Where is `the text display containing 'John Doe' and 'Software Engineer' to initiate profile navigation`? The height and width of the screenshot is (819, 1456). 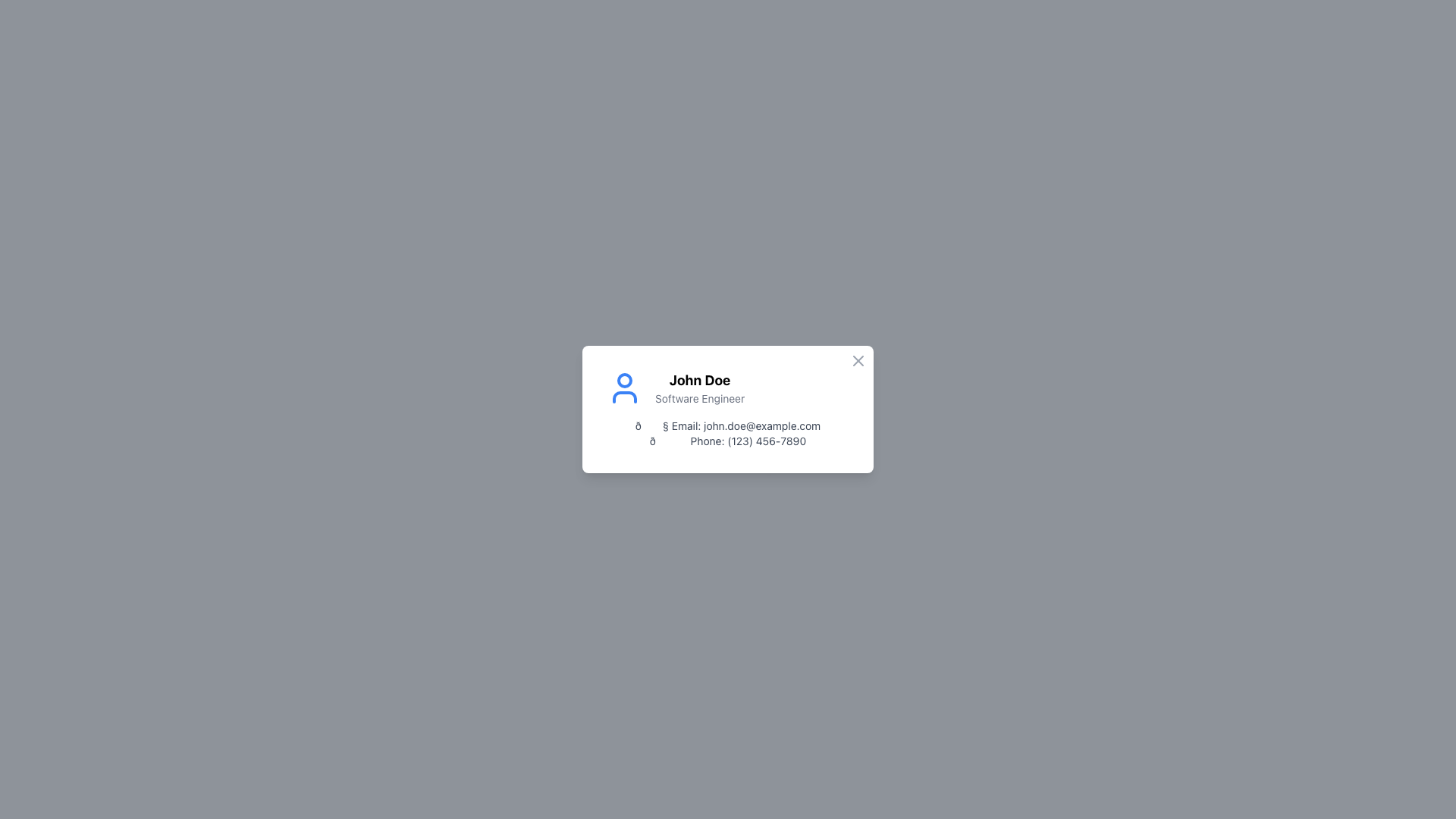 the text display containing 'John Doe' and 'Software Engineer' to initiate profile navigation is located at coordinates (699, 388).